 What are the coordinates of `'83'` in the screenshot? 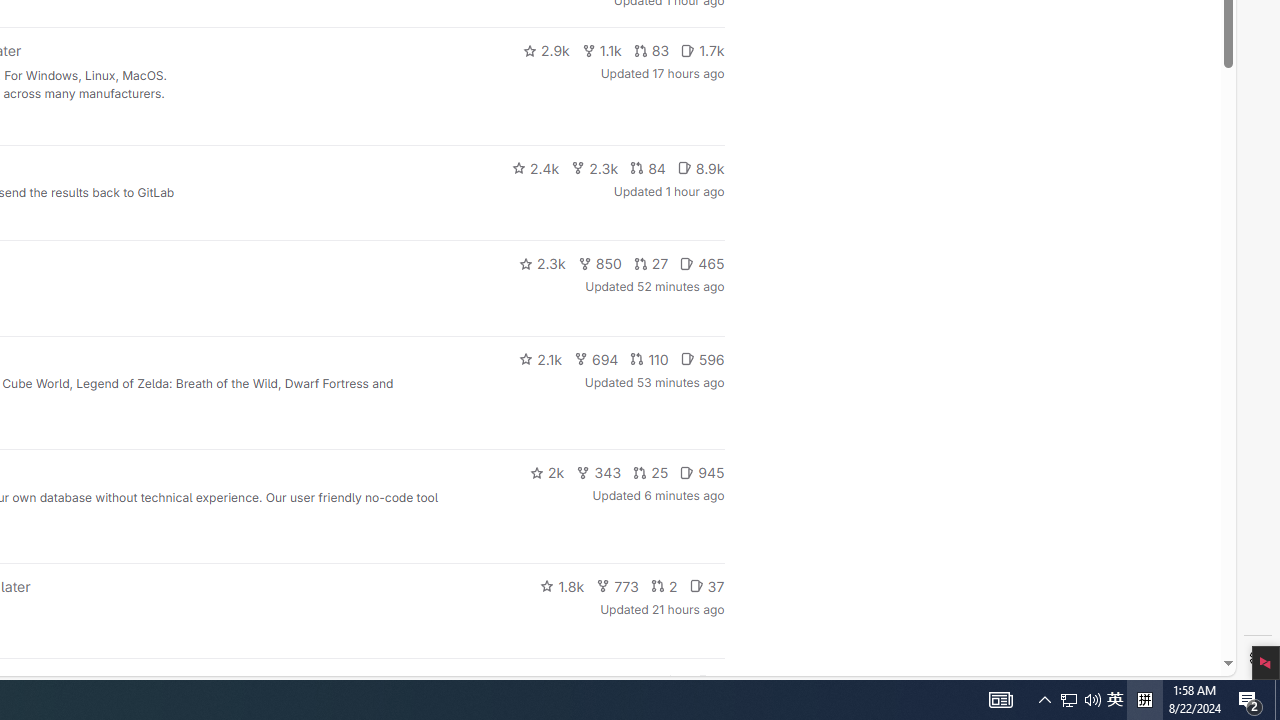 It's located at (651, 50).